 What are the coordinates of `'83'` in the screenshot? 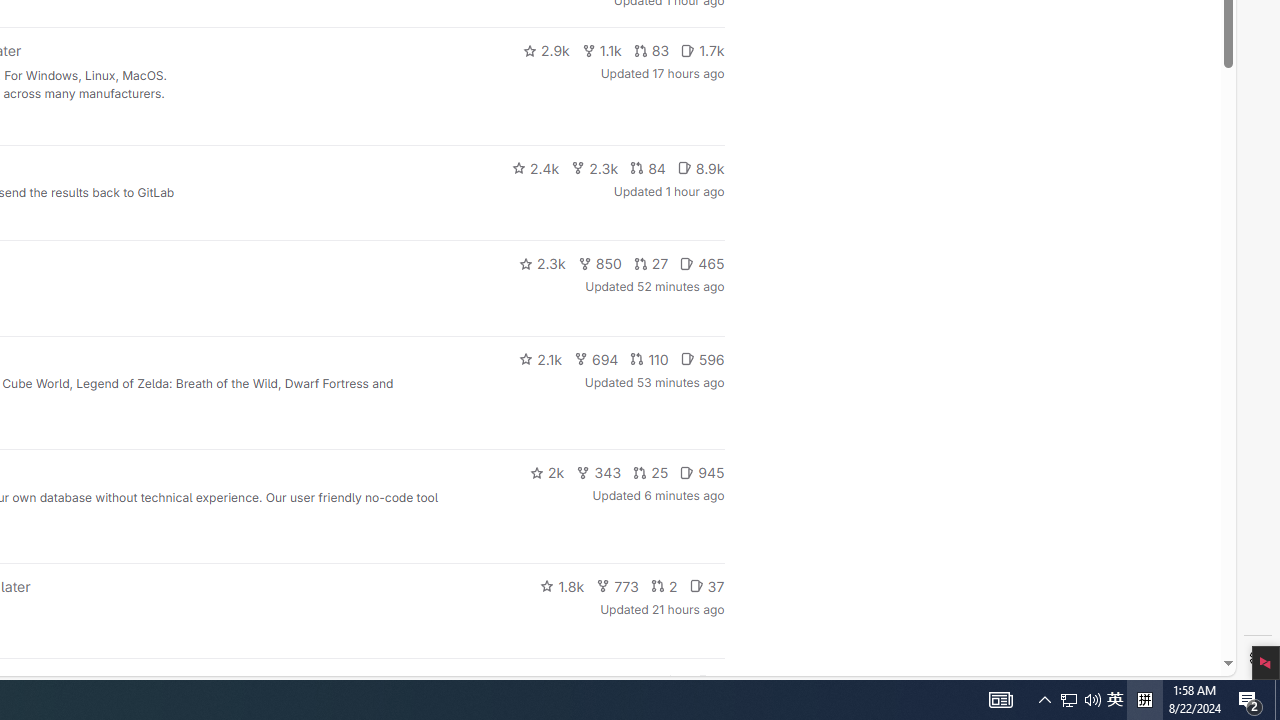 It's located at (651, 50).